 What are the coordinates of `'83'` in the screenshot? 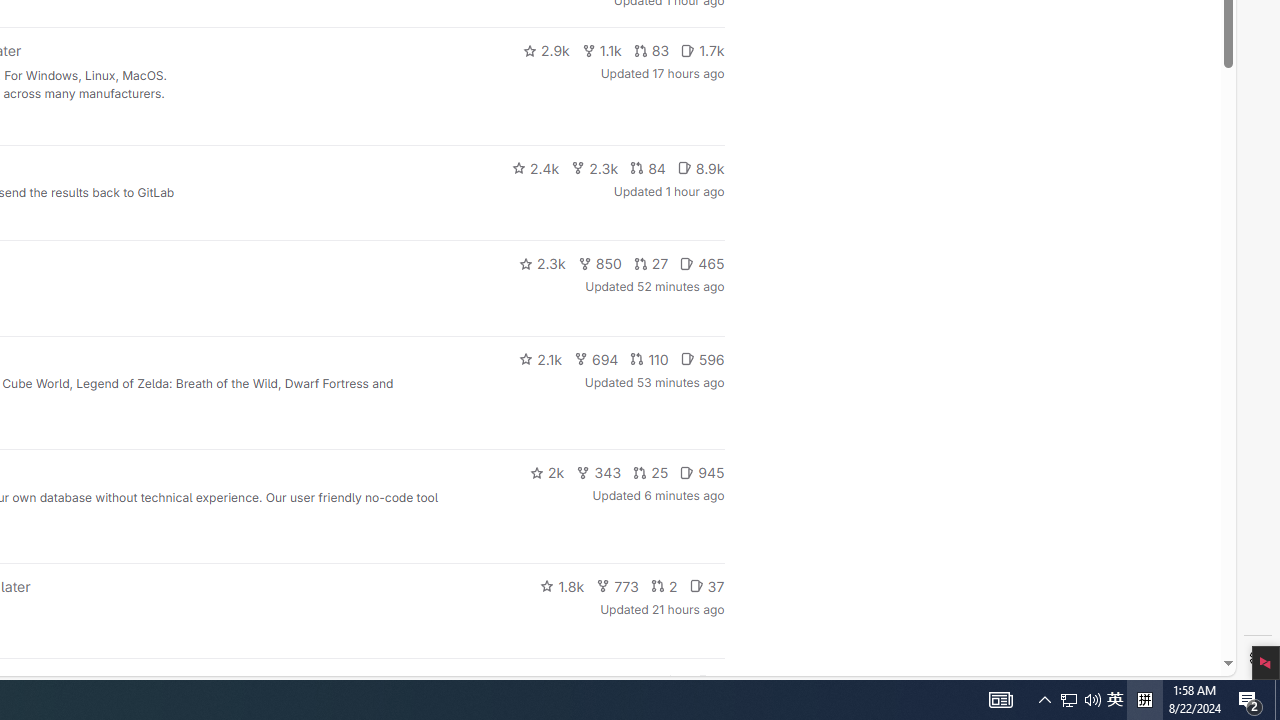 It's located at (651, 50).